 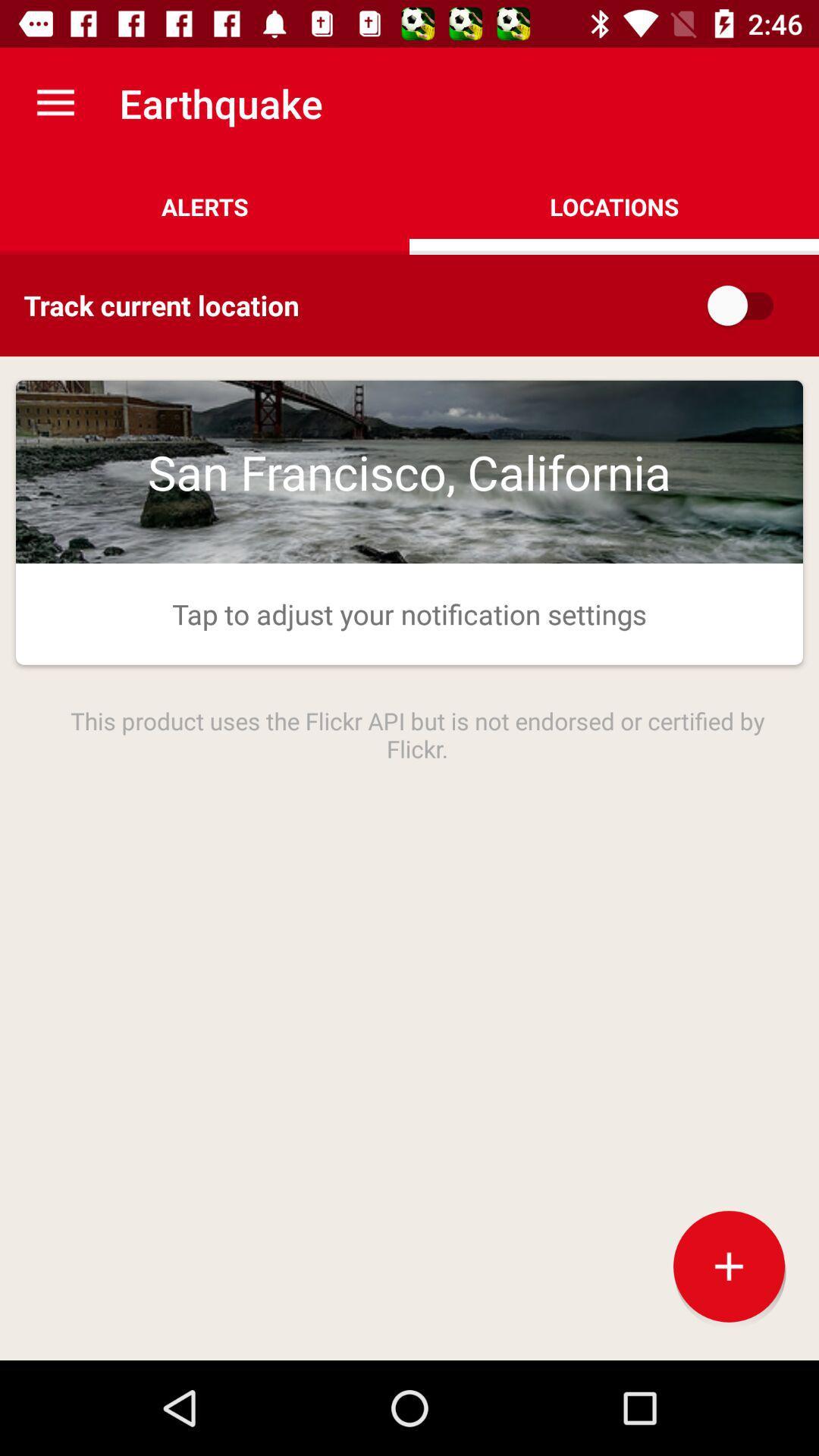 I want to click on the locations icon, so click(x=614, y=206).